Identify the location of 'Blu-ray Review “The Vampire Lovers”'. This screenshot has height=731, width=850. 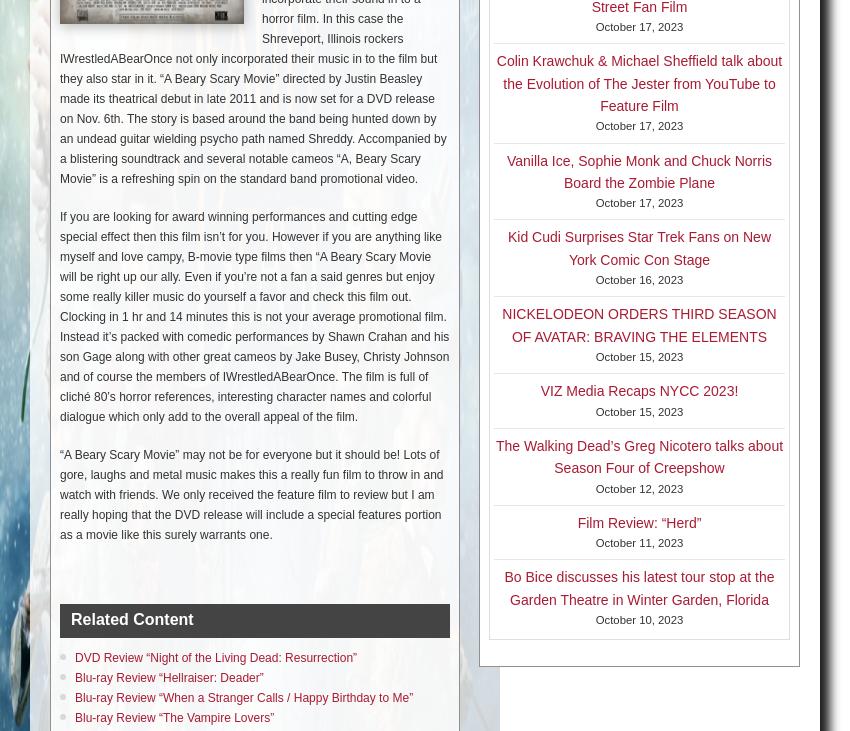
(173, 716).